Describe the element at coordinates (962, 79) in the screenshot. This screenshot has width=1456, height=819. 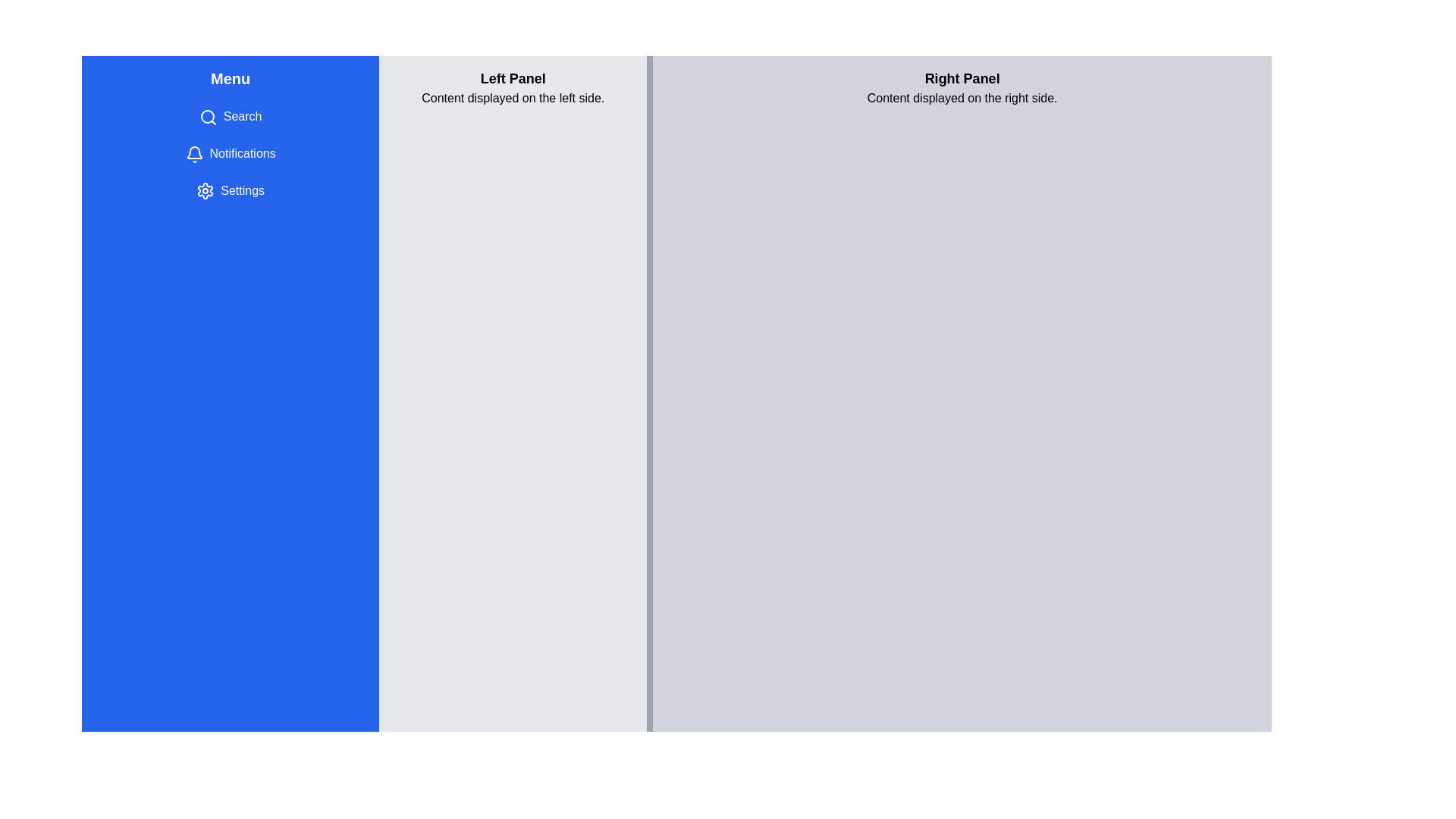
I see `the Text label that serves as a title for the right panel, located at the top of the right gray panel` at that location.